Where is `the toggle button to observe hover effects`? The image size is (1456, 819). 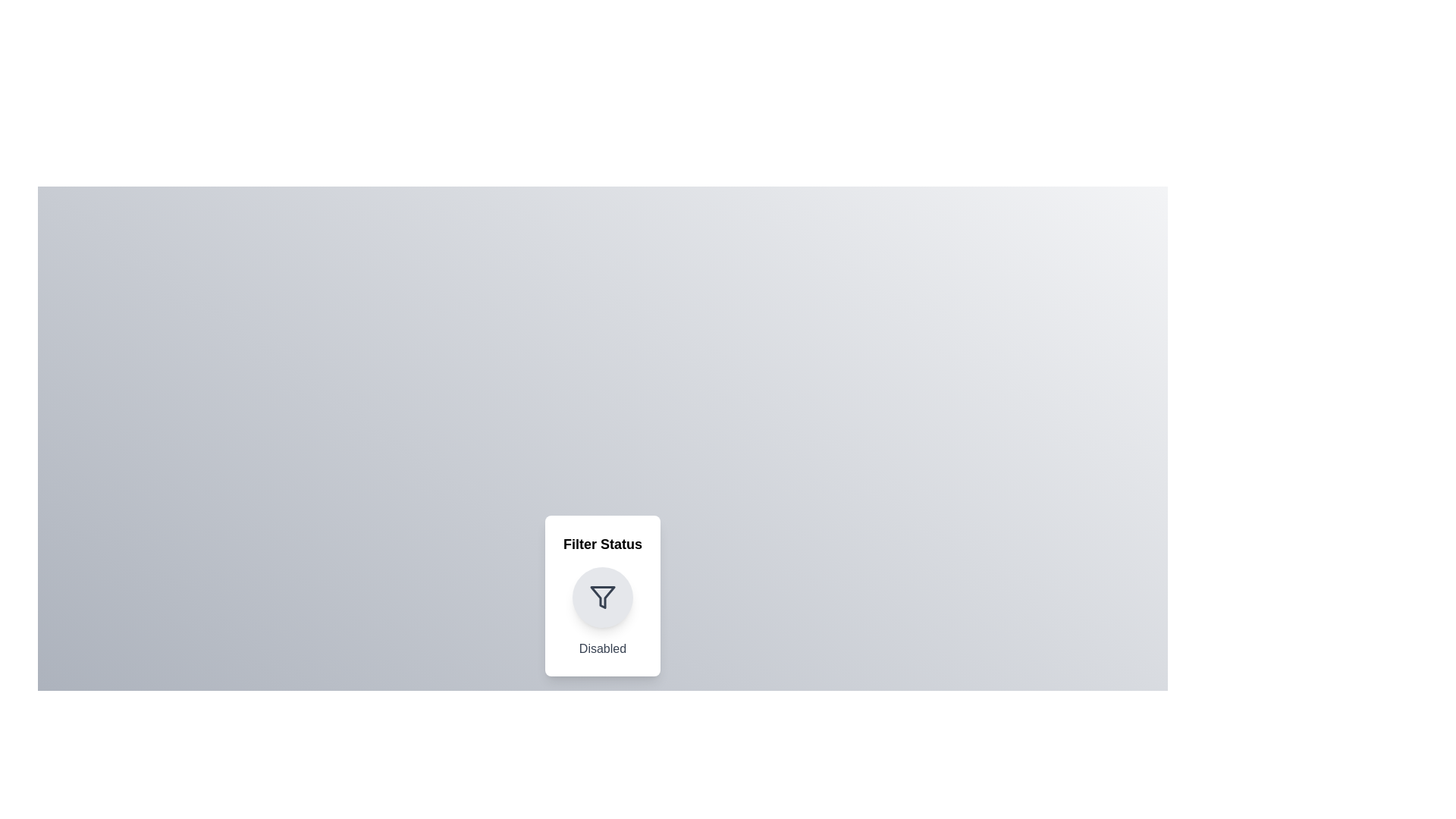
the toggle button to observe hover effects is located at coordinates (602, 596).